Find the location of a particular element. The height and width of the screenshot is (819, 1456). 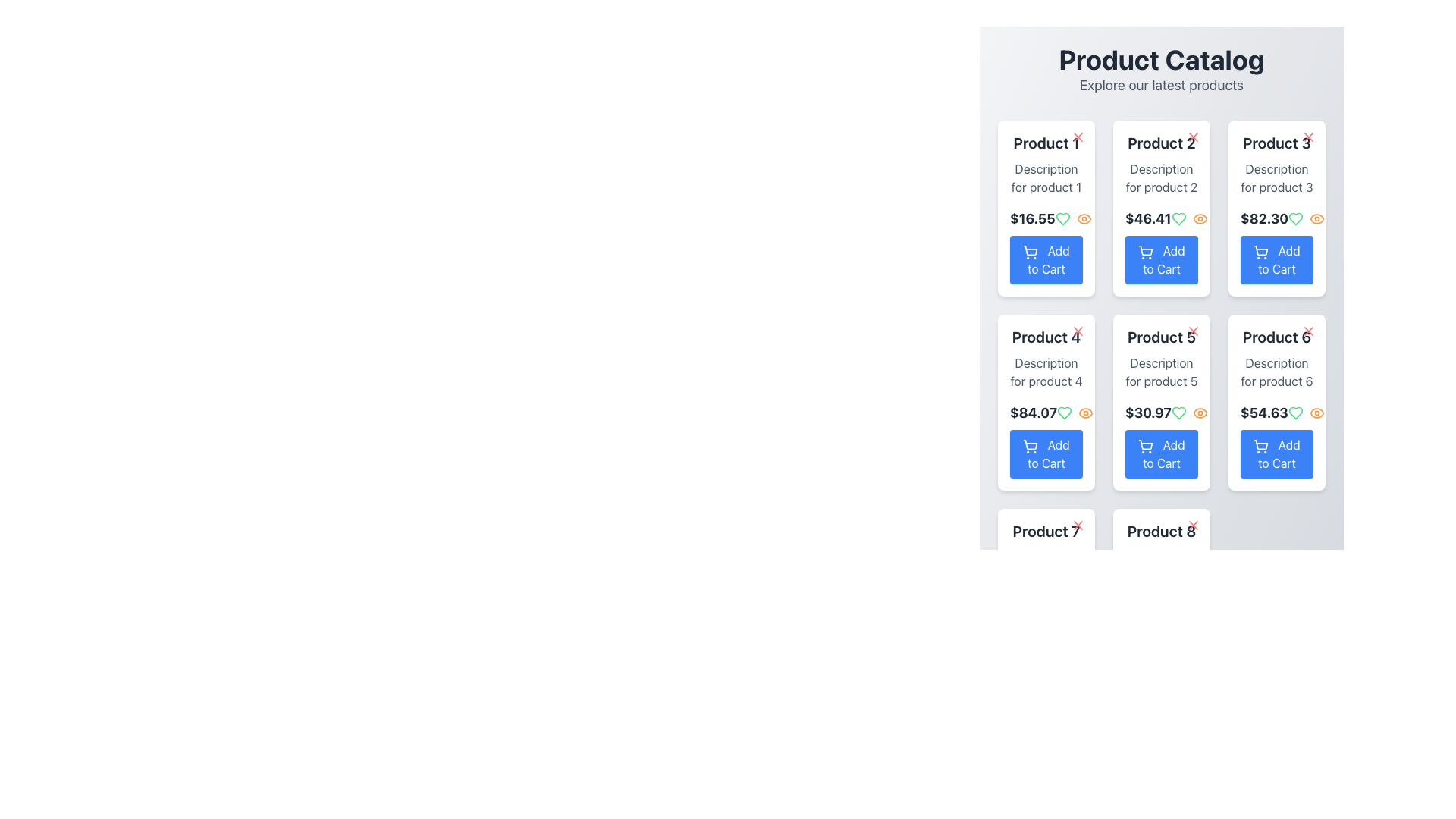

the text label displaying 'Description for product 4' which is located in the second row of a grid layout within the fourth card titled 'Product 4' is located at coordinates (1046, 372).